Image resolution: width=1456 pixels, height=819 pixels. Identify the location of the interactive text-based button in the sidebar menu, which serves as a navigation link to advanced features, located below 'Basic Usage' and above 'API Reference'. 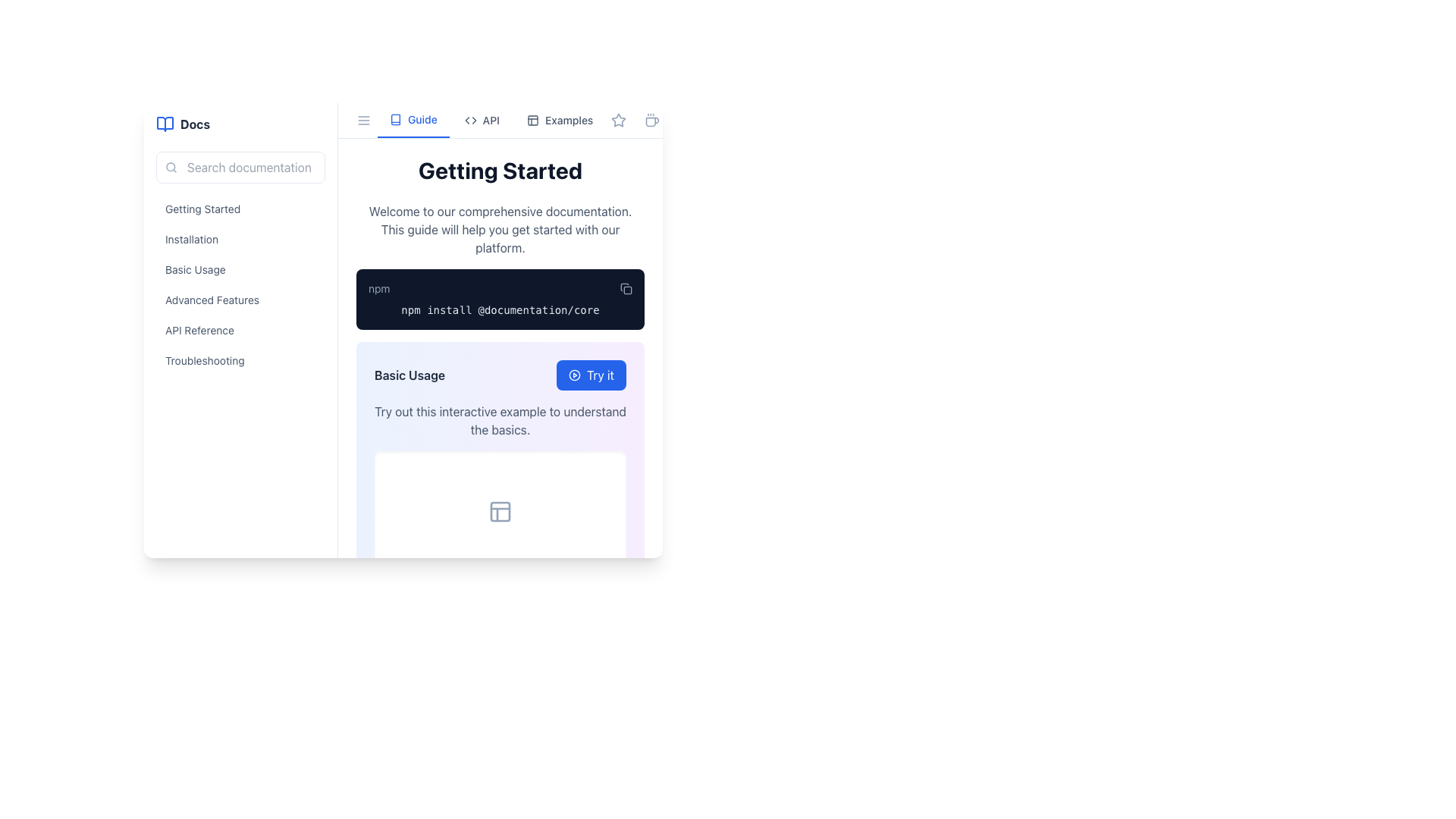
(240, 300).